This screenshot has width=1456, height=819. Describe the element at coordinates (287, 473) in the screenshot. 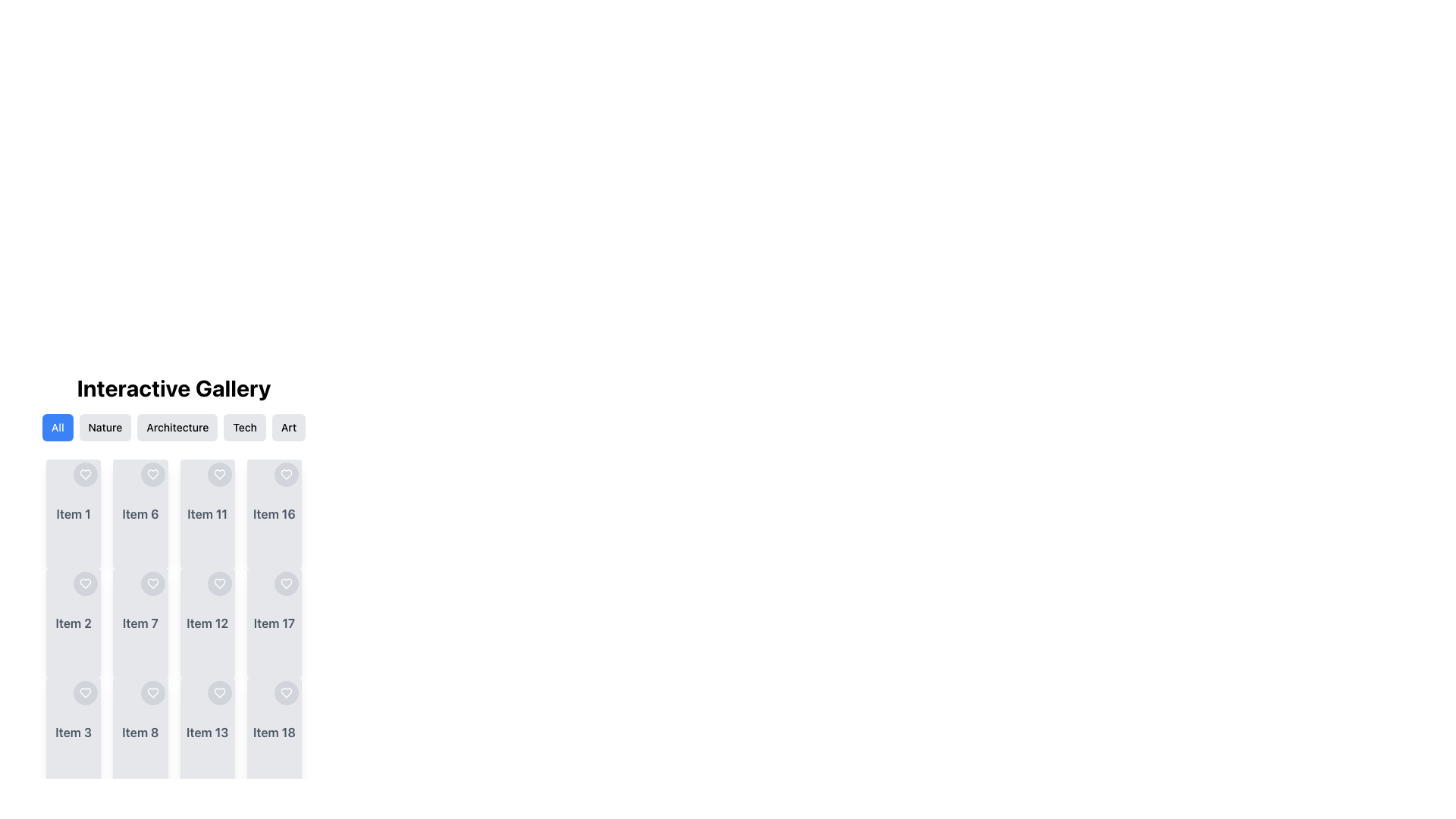

I see `the heart icon located in the fourth column and fourth row of the grid, corresponding to 'Item 16'` at that location.